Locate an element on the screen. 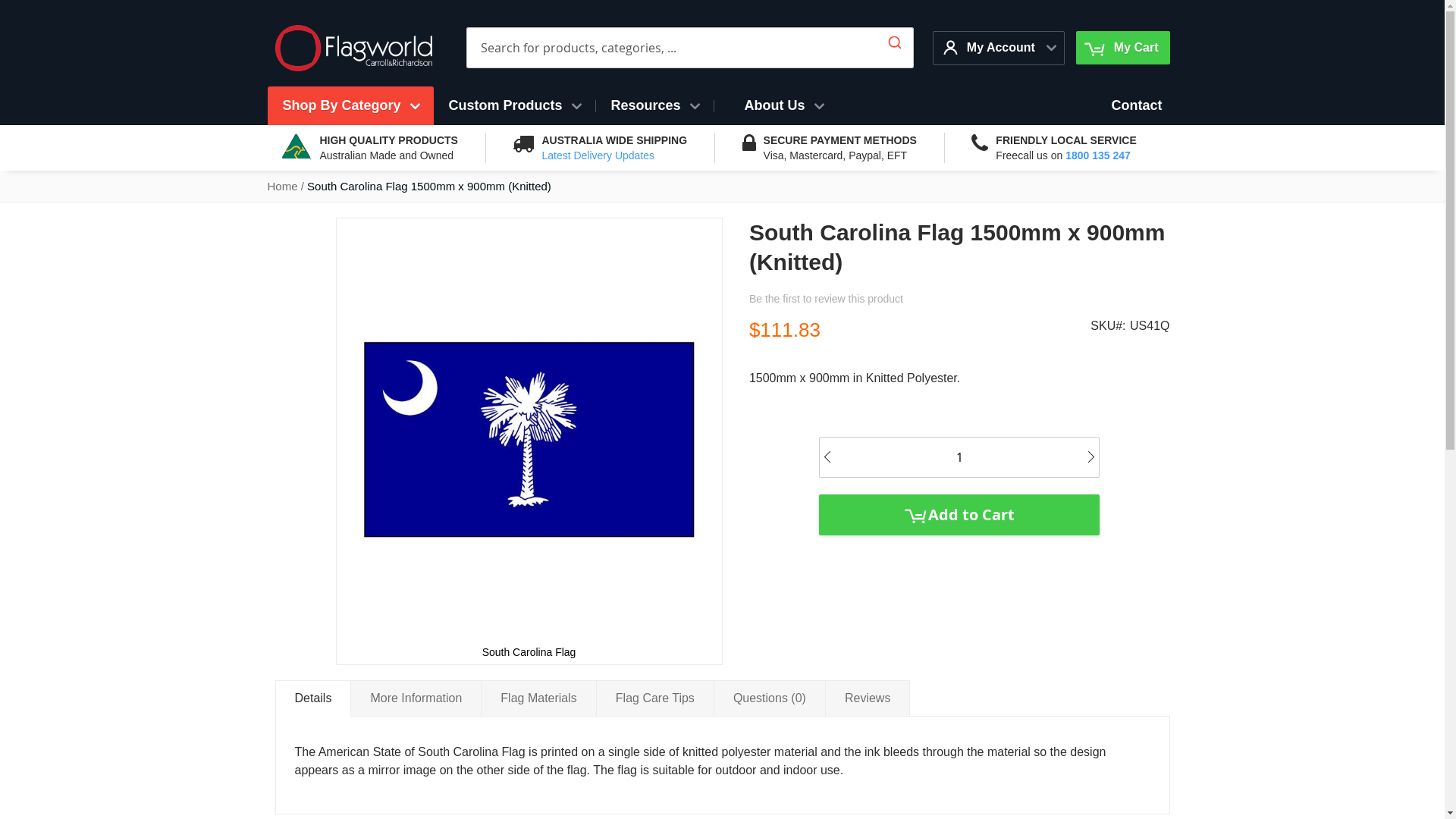  'My Account' is located at coordinates (990, 46).